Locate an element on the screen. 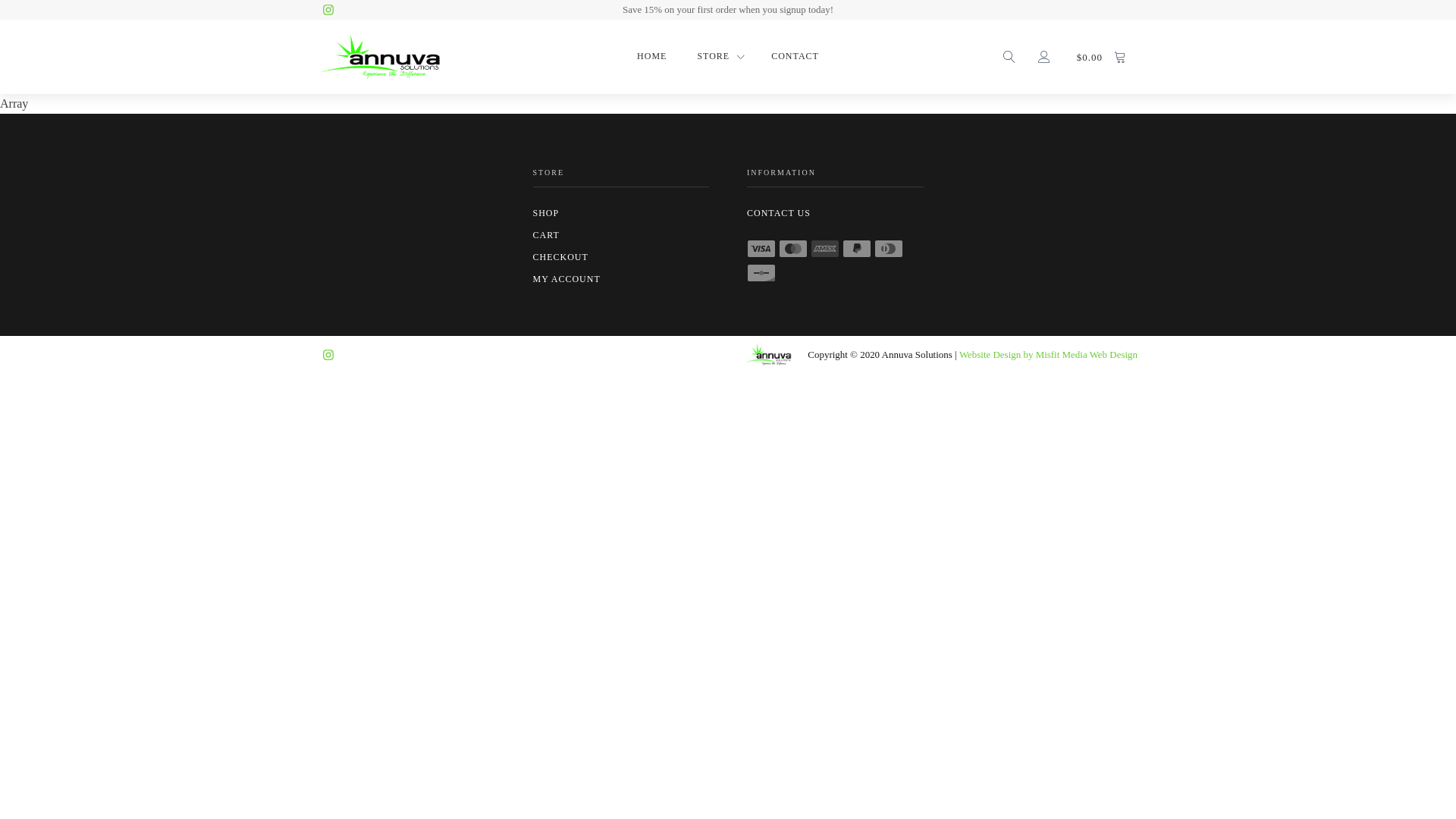  'CHECKOUT' is located at coordinates (620, 256).